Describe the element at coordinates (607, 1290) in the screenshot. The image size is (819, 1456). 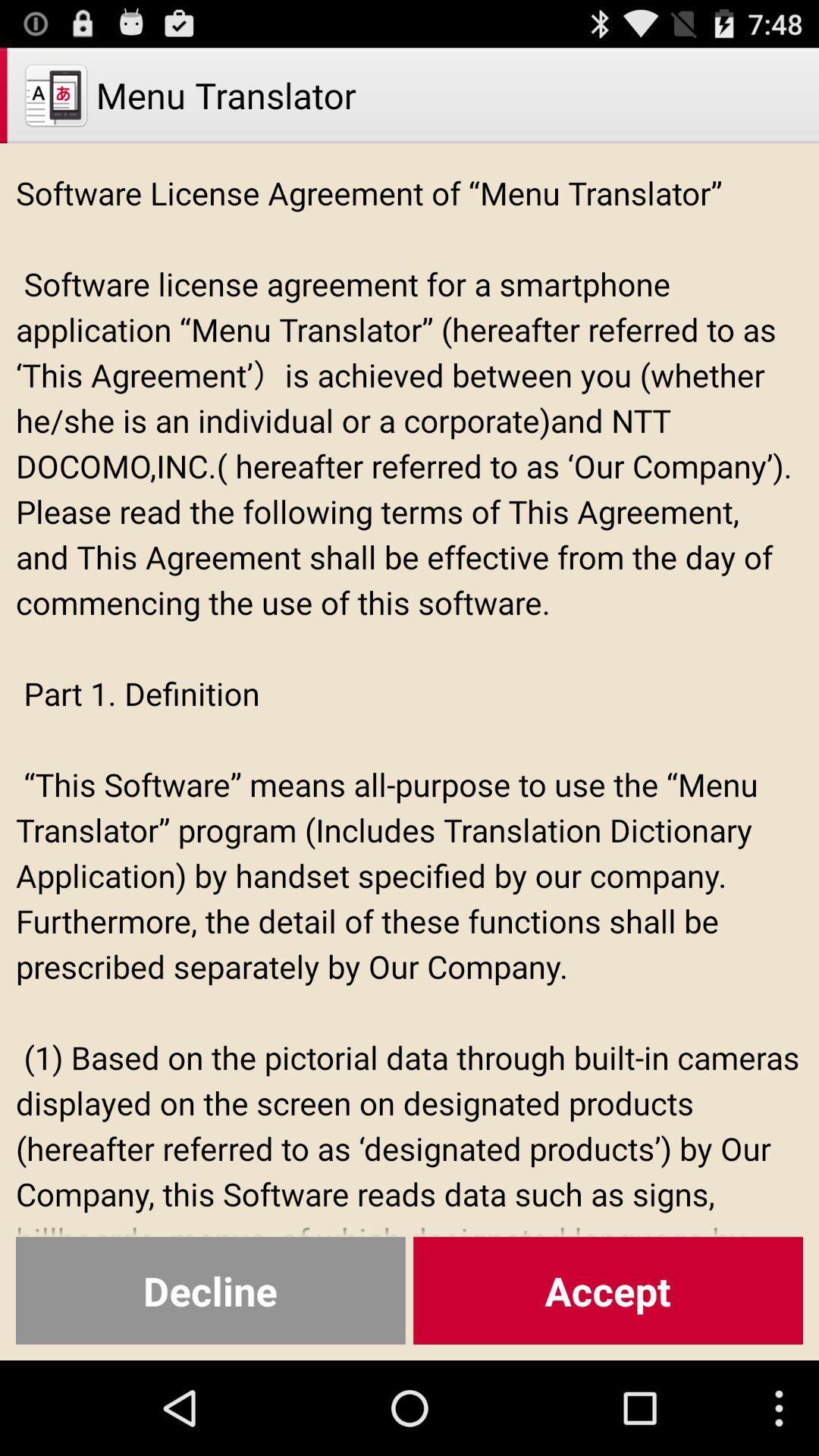
I see `the button to the right of decline icon` at that location.